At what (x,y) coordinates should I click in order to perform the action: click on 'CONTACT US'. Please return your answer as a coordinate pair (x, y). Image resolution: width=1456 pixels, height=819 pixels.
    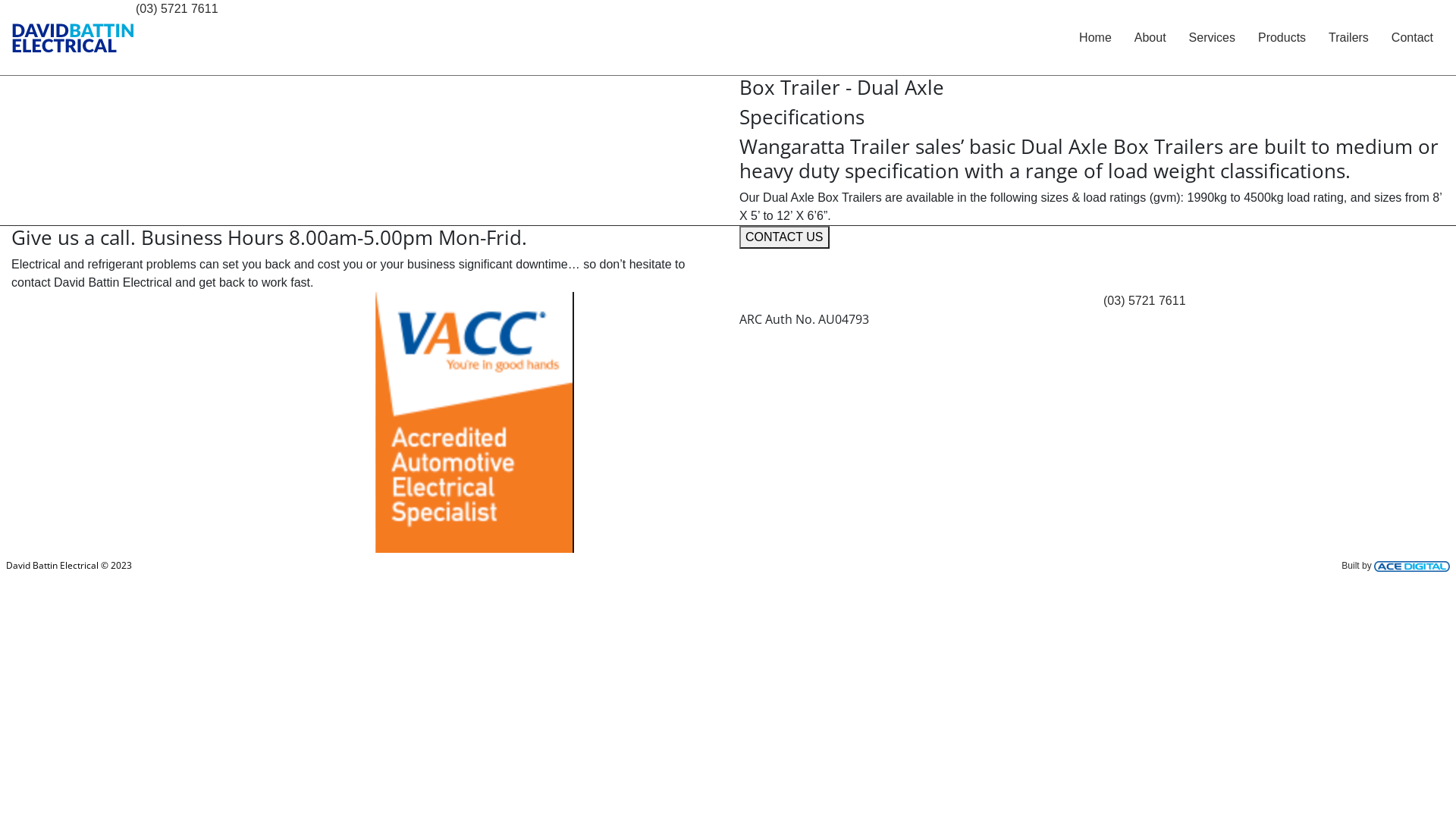
    Looking at the image, I should click on (784, 237).